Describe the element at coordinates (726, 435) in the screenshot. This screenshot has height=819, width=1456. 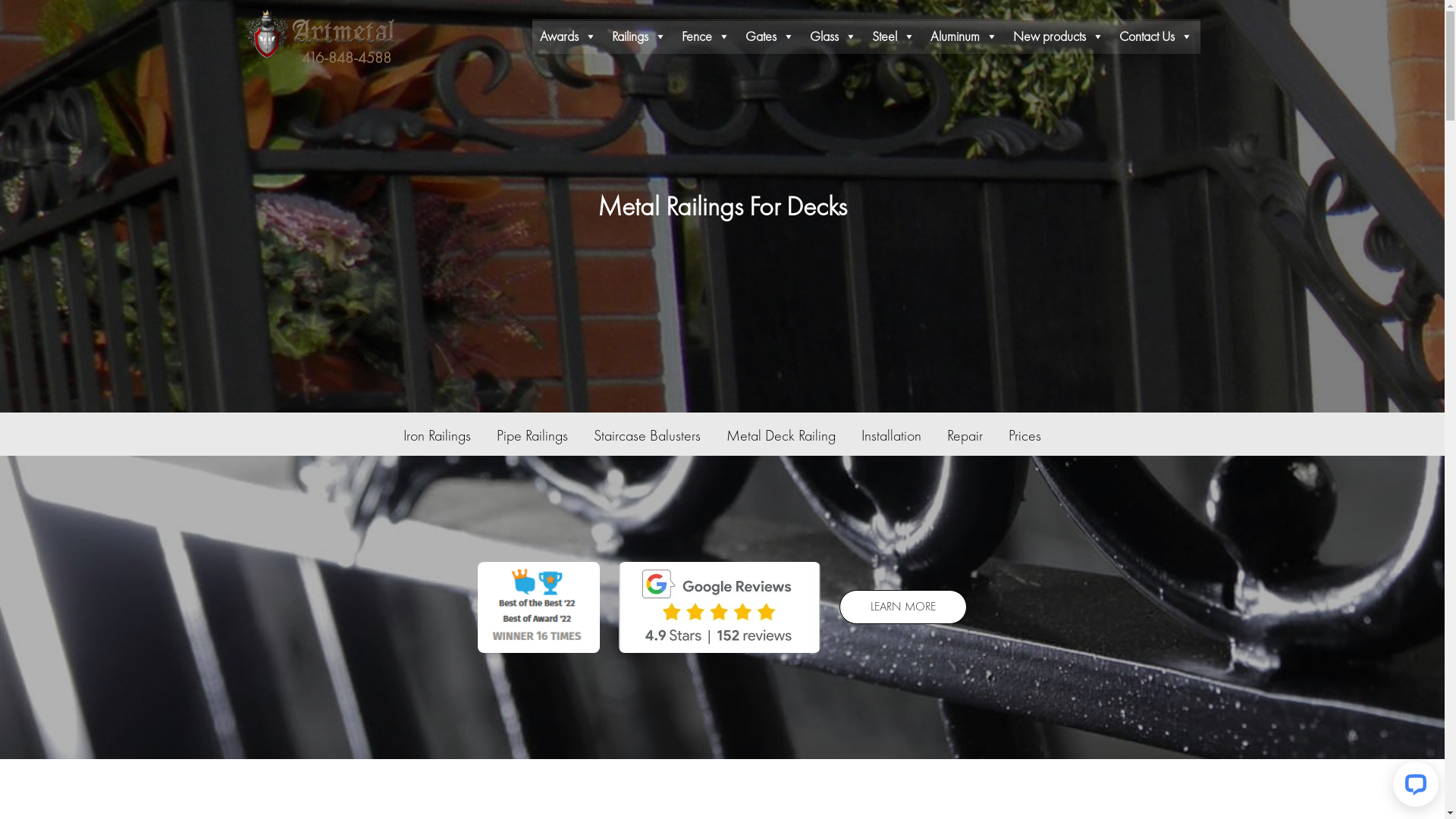
I see `'Metal Deck Railing'` at that location.